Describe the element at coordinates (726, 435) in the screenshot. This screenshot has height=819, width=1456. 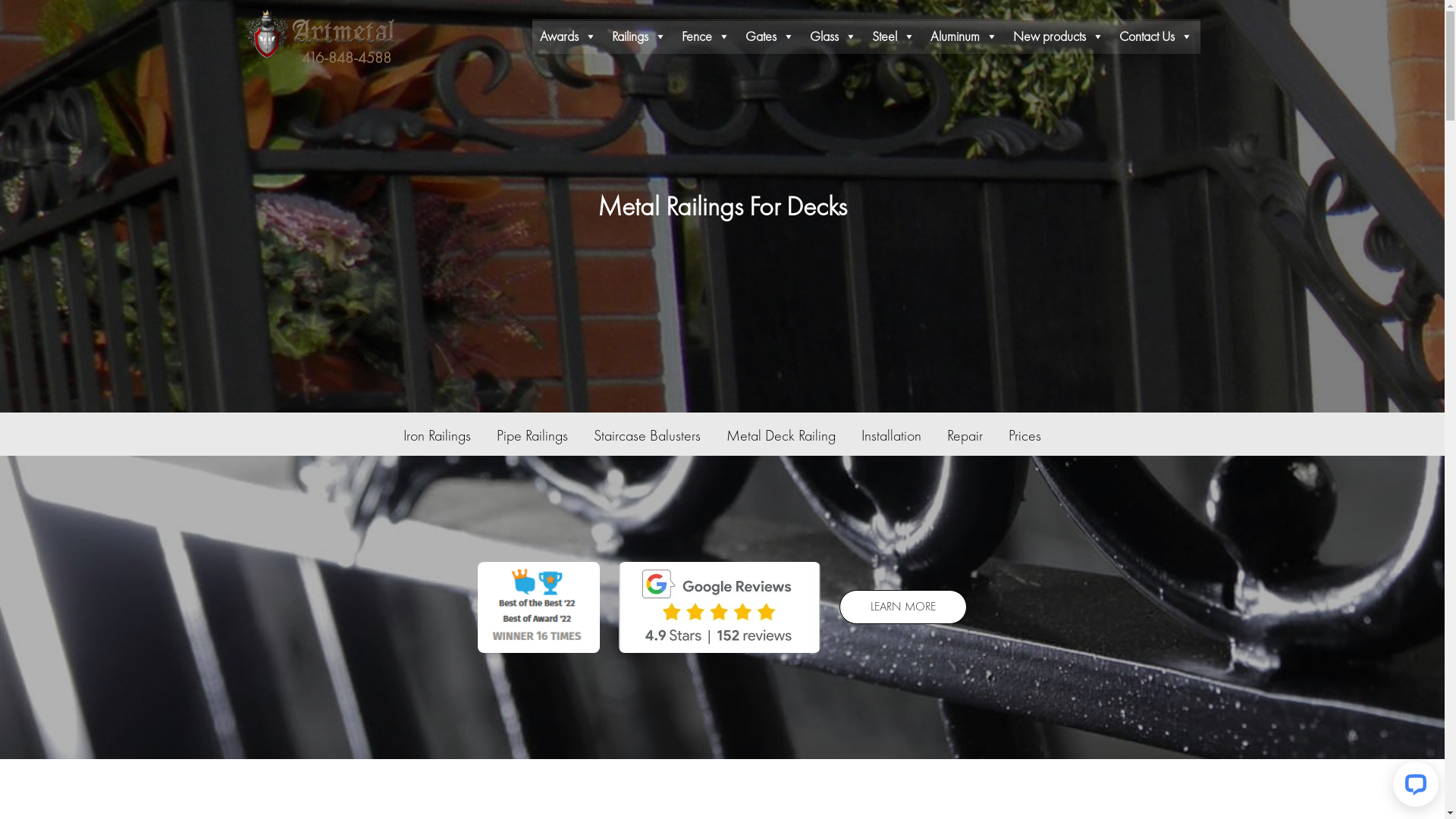
I see `'Metal Deck Railing'` at that location.